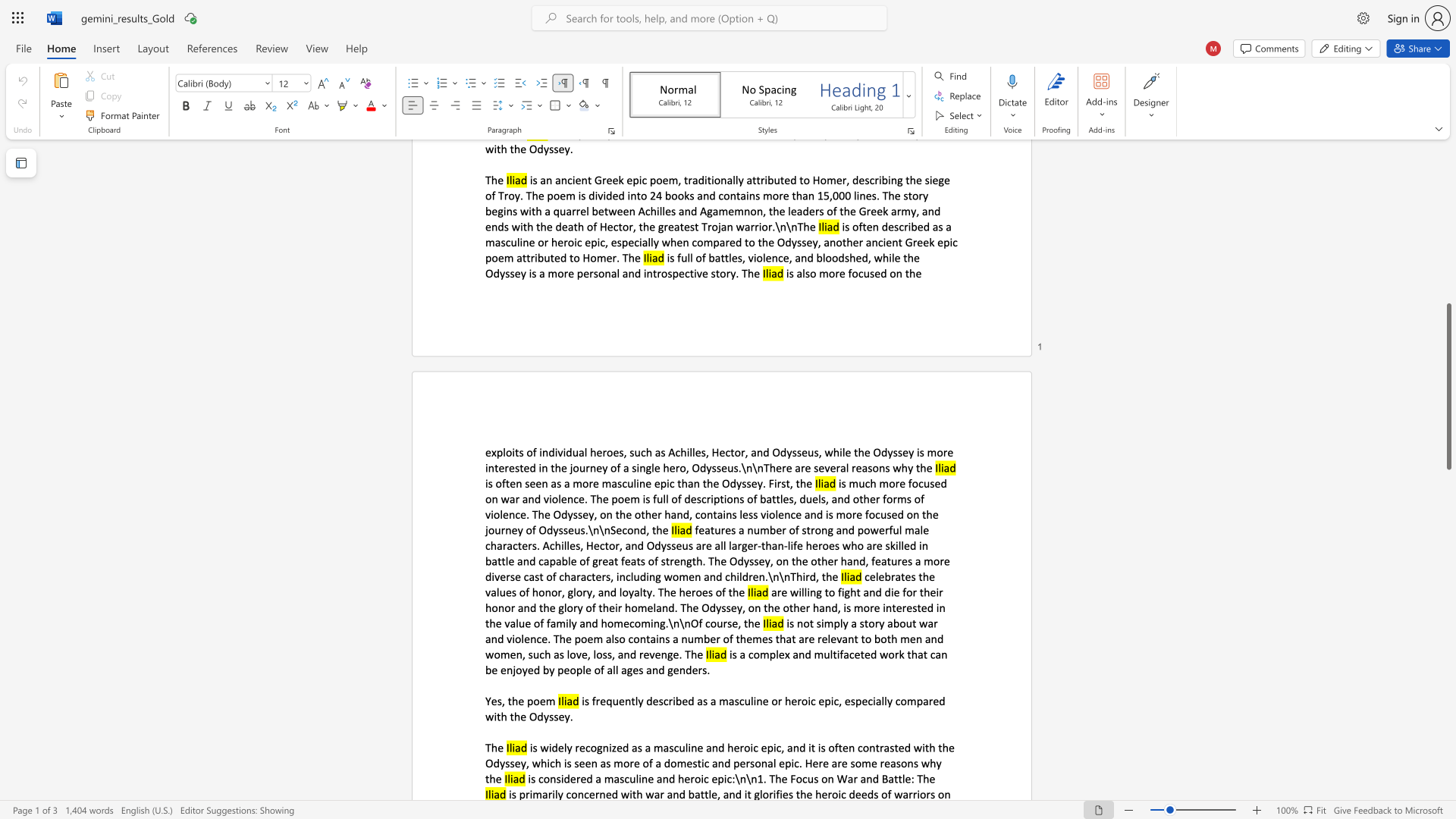 This screenshot has width=1456, height=819. I want to click on the scrollbar to move the view up, so click(1448, 265).